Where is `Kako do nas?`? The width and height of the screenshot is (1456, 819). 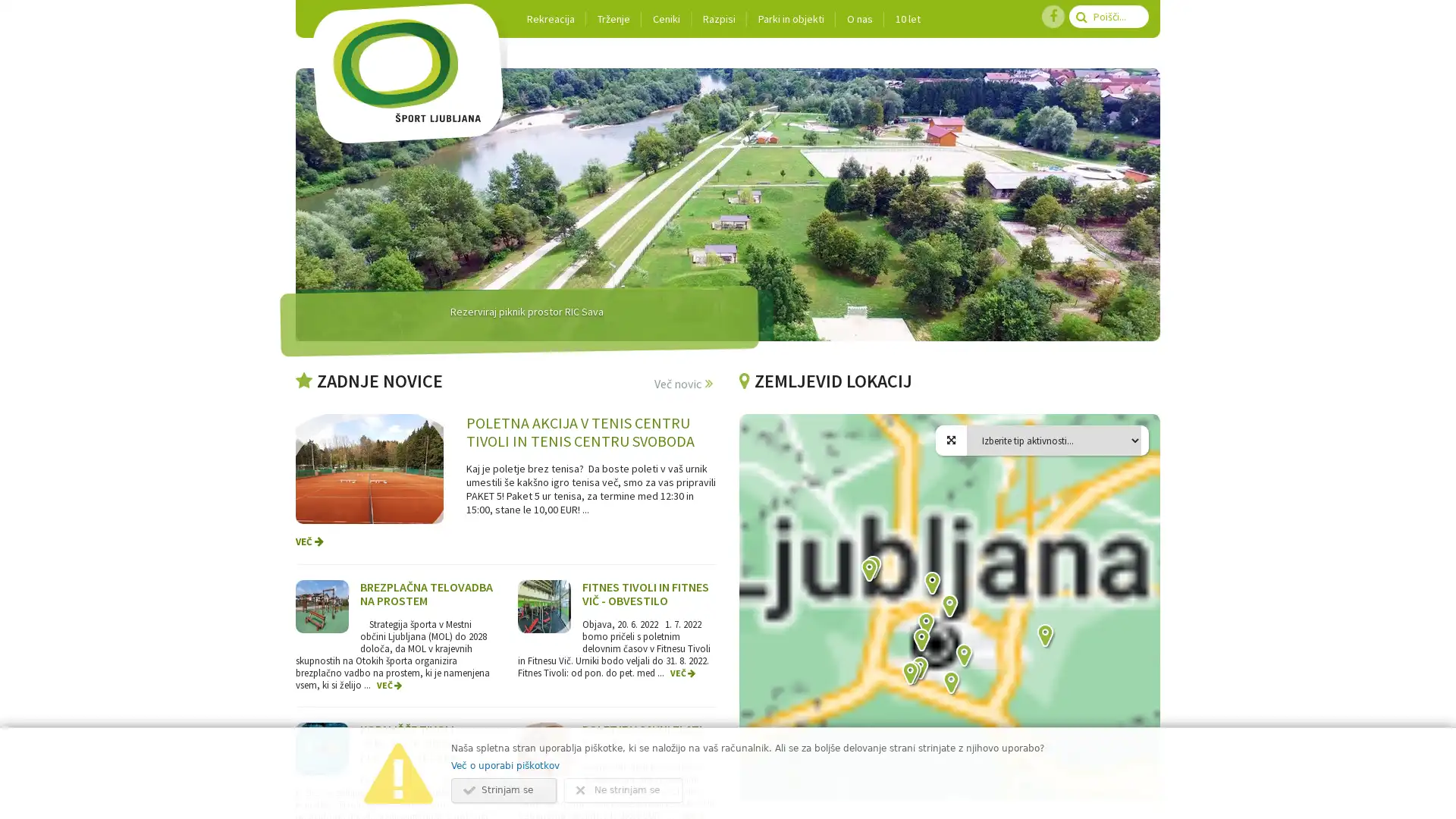 Kako do nas? is located at coordinates (909, 674).